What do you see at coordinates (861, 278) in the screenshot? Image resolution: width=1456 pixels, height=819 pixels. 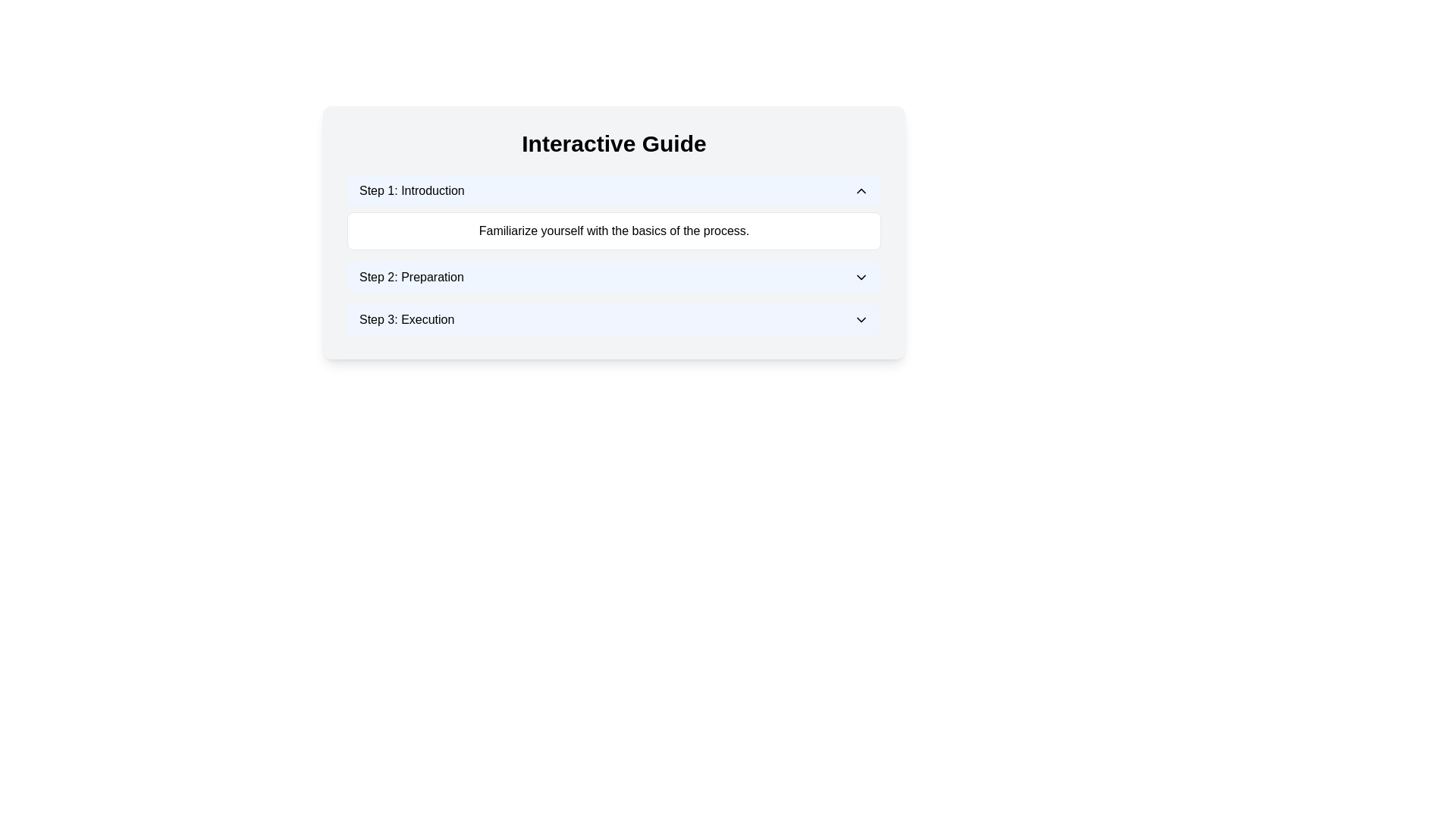 I see `the downward-facing chevron icon located at the far-right edge of the 'Step 2: Preparation' header block` at bounding box center [861, 278].